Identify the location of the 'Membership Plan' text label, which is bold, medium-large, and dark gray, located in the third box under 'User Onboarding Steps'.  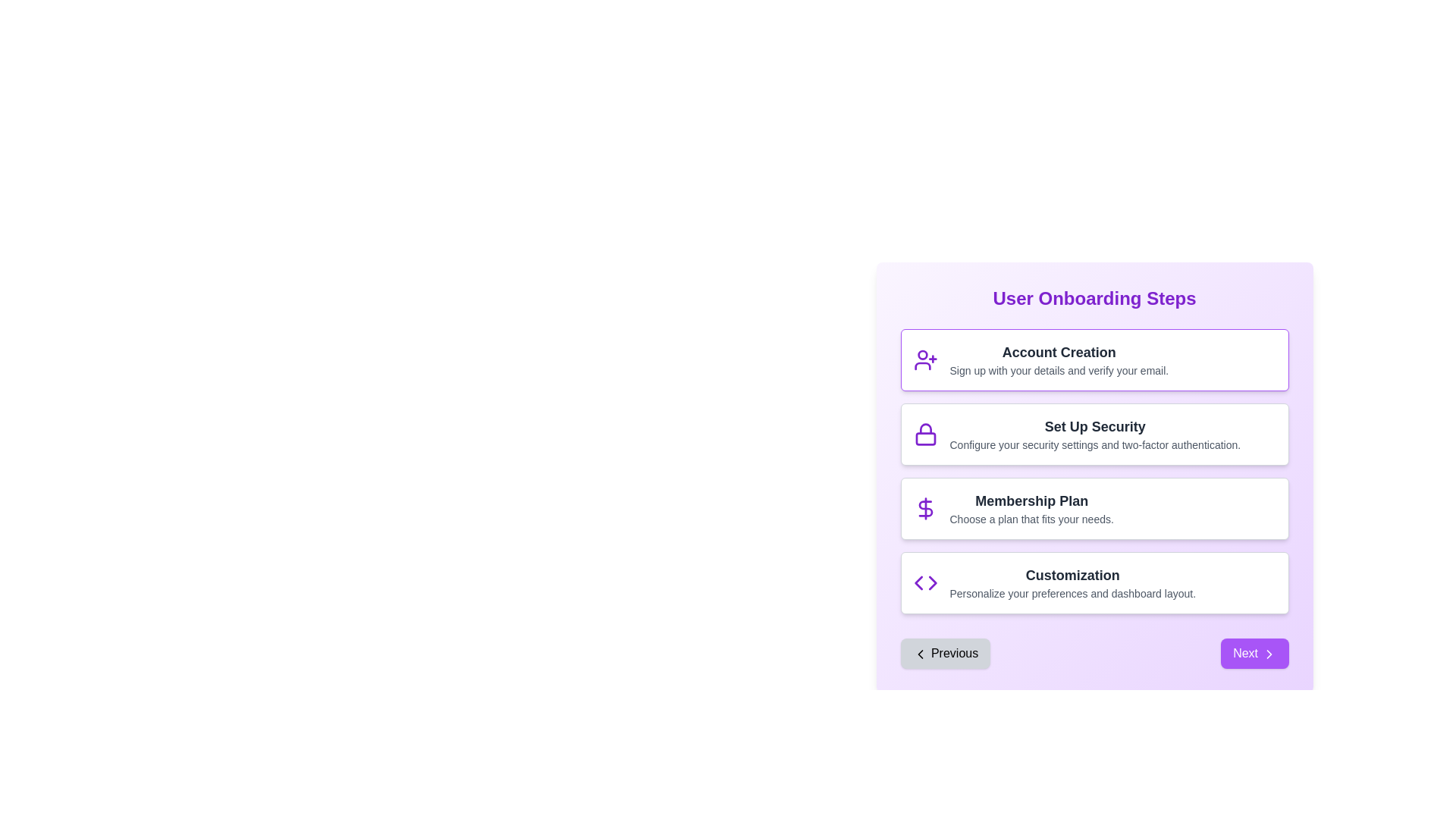
(1031, 500).